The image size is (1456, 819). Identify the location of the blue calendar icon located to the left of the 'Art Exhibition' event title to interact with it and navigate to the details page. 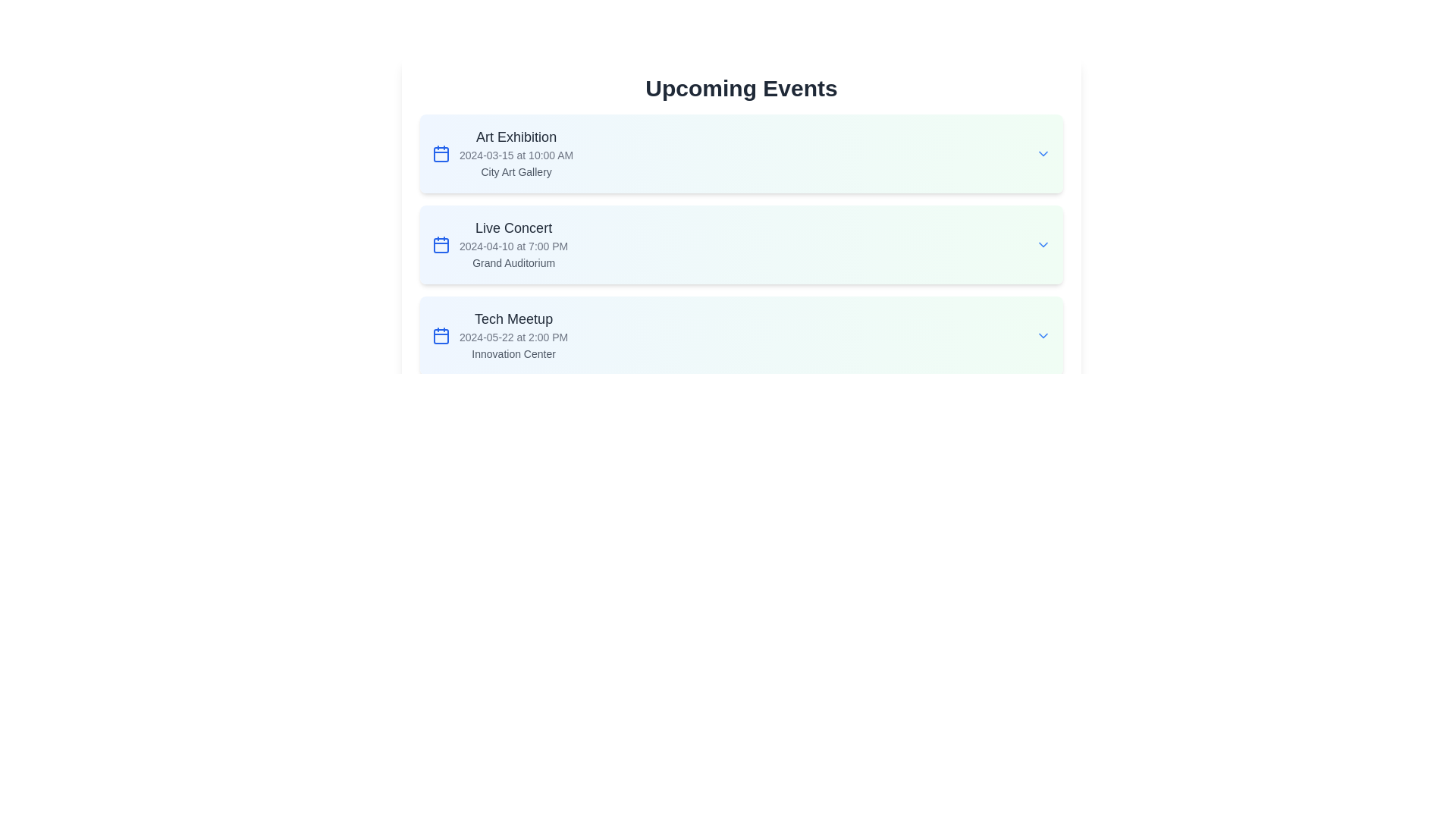
(440, 154).